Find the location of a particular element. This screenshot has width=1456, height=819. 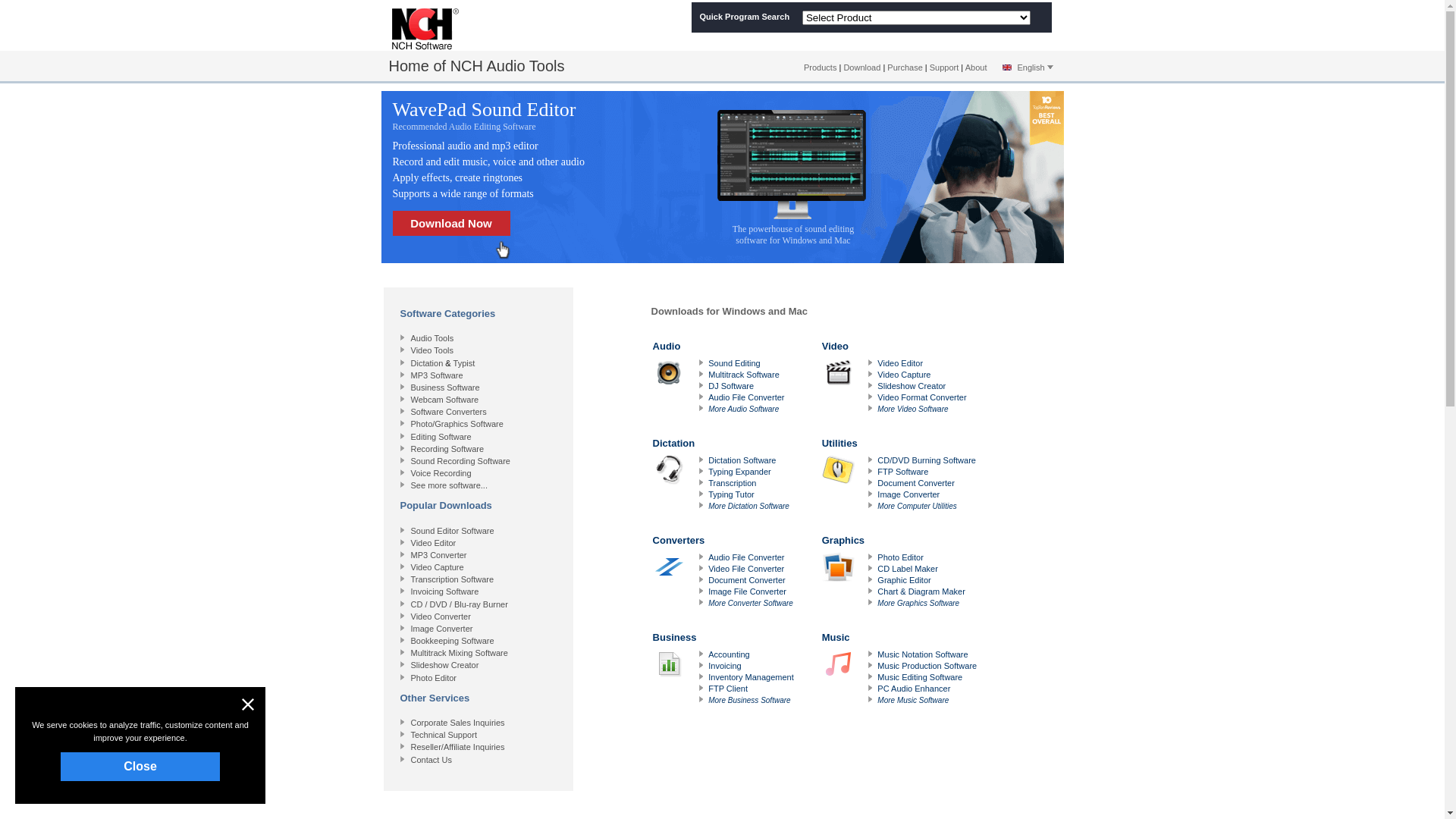

'Products' is located at coordinates (819, 66).